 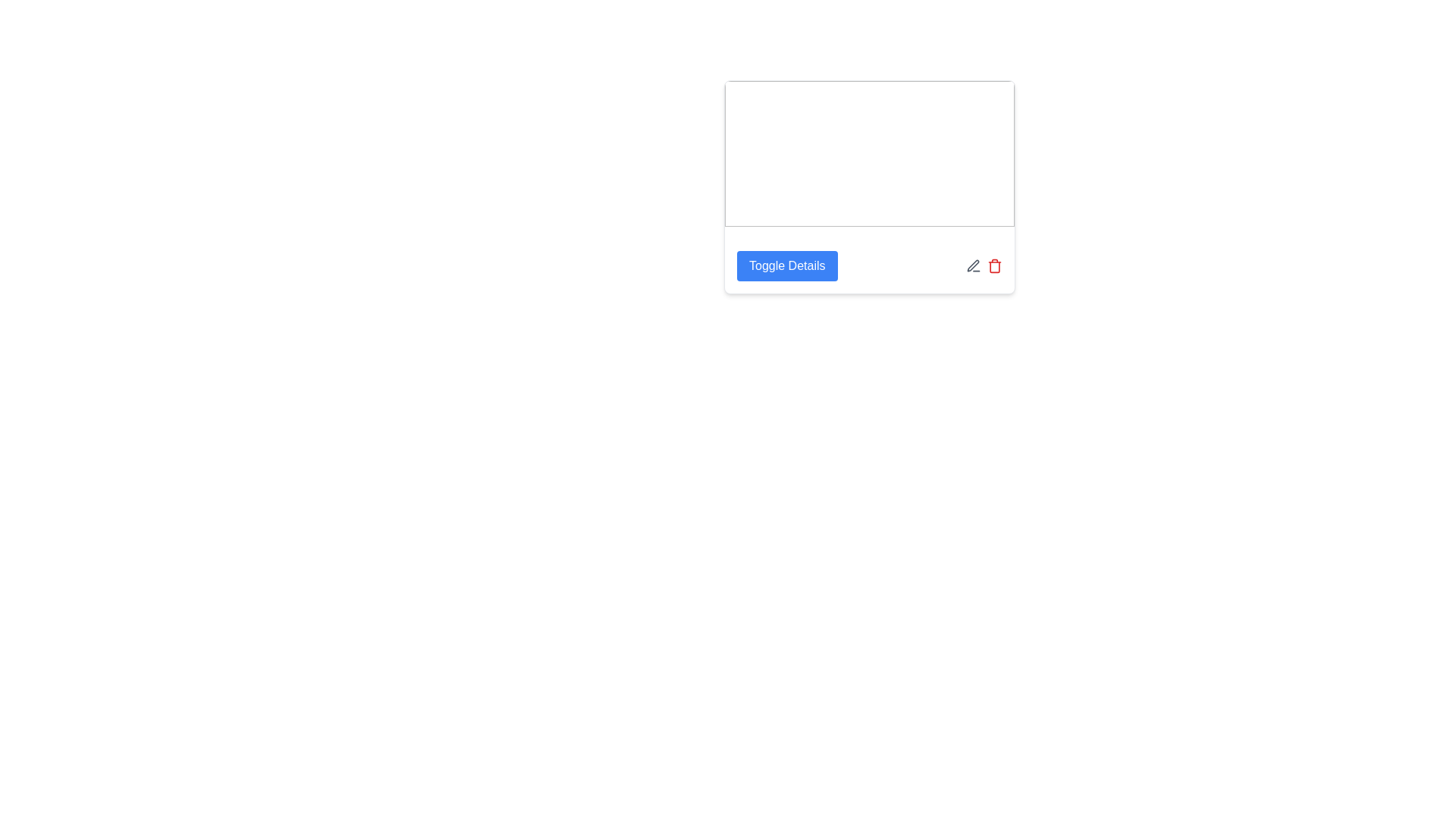 What do you see at coordinates (787, 265) in the screenshot?
I see `the 'Toggle Details' button with a blue background and white text` at bounding box center [787, 265].